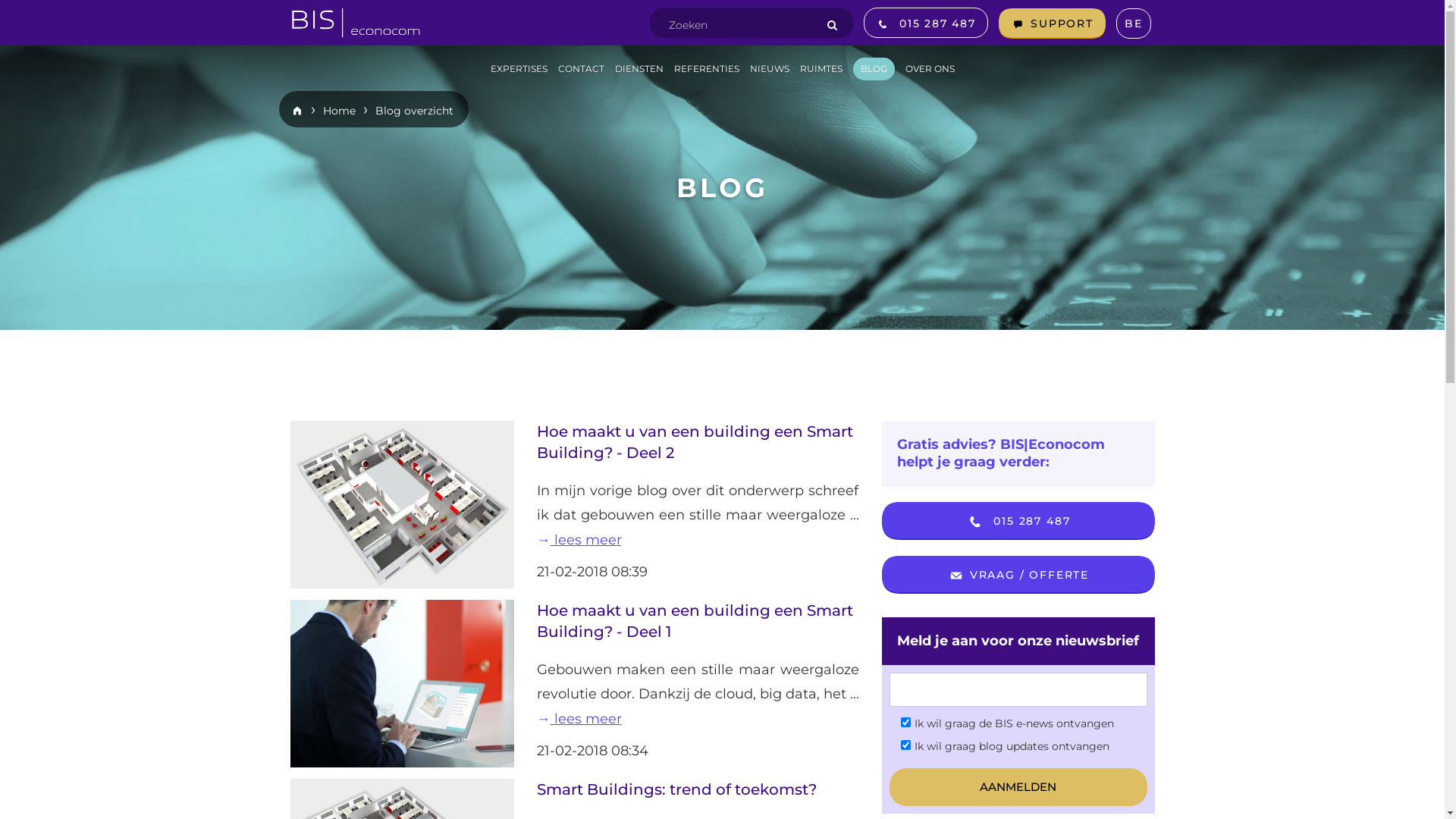 The image size is (1456, 819). I want to click on 'NIEUWS', so click(768, 69).